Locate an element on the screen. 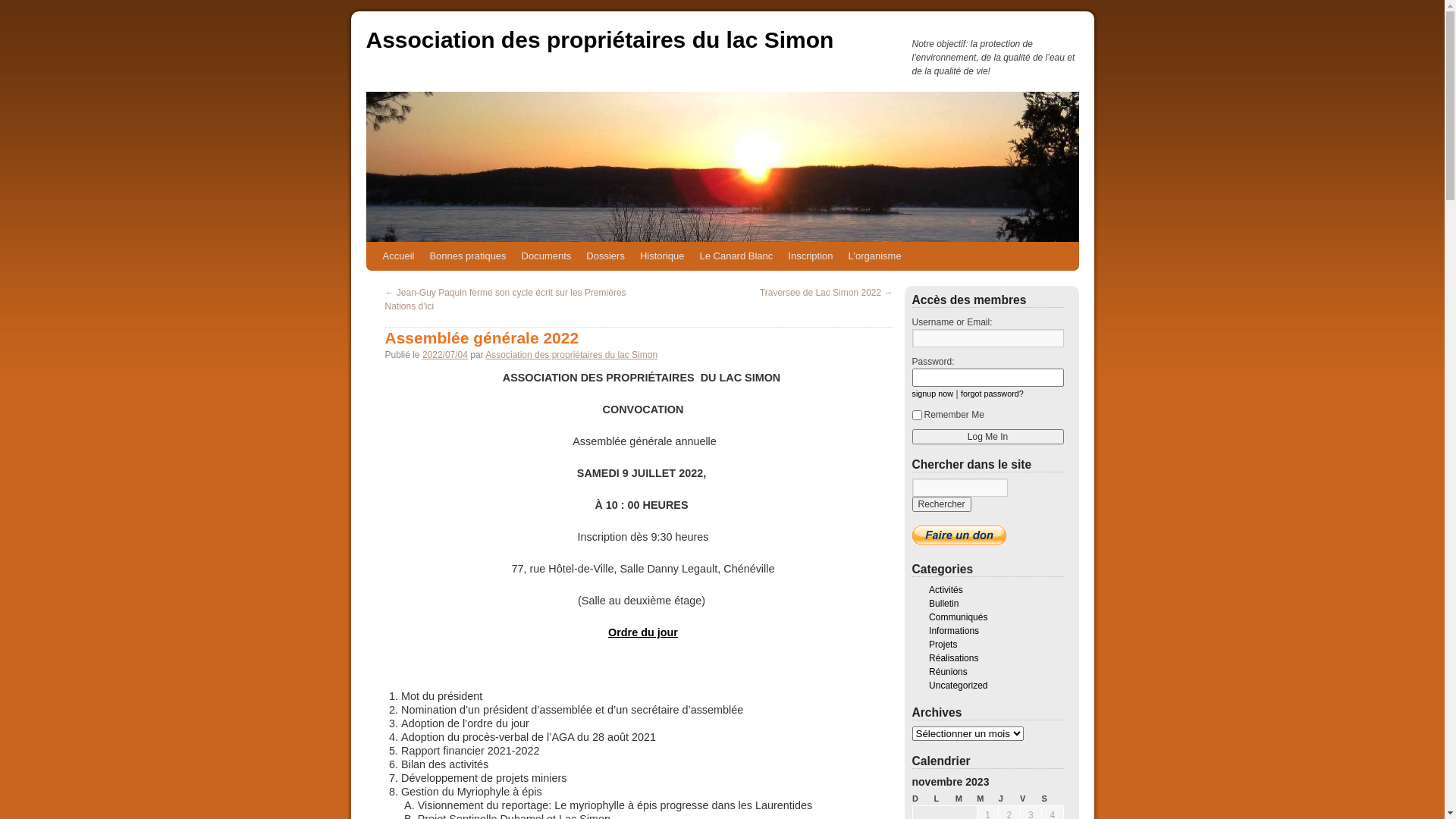 Image resolution: width=1456 pixels, height=819 pixels. 'Bulletin' is located at coordinates (927, 602).